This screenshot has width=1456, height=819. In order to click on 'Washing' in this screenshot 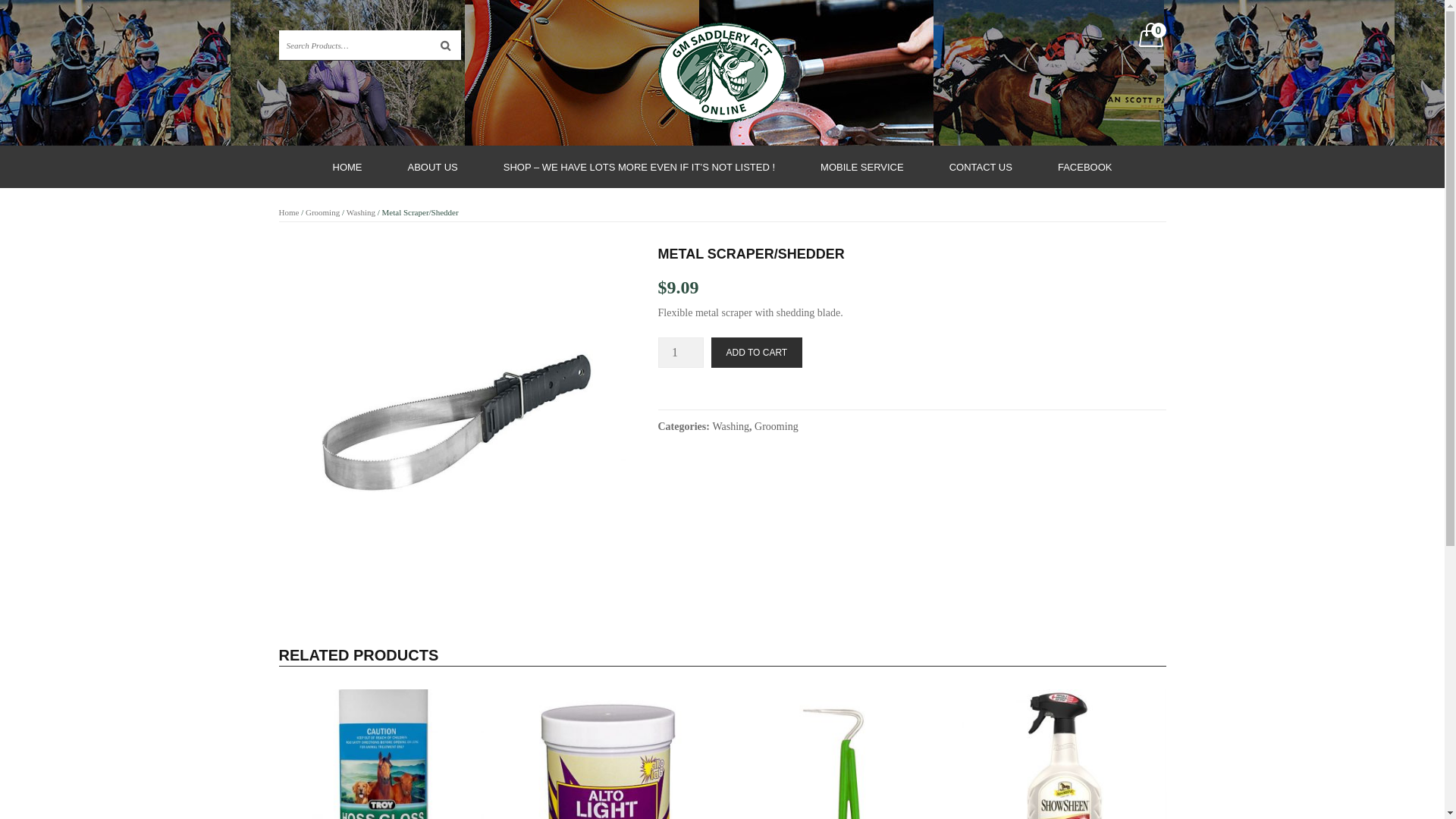, I will do `click(359, 212)`.